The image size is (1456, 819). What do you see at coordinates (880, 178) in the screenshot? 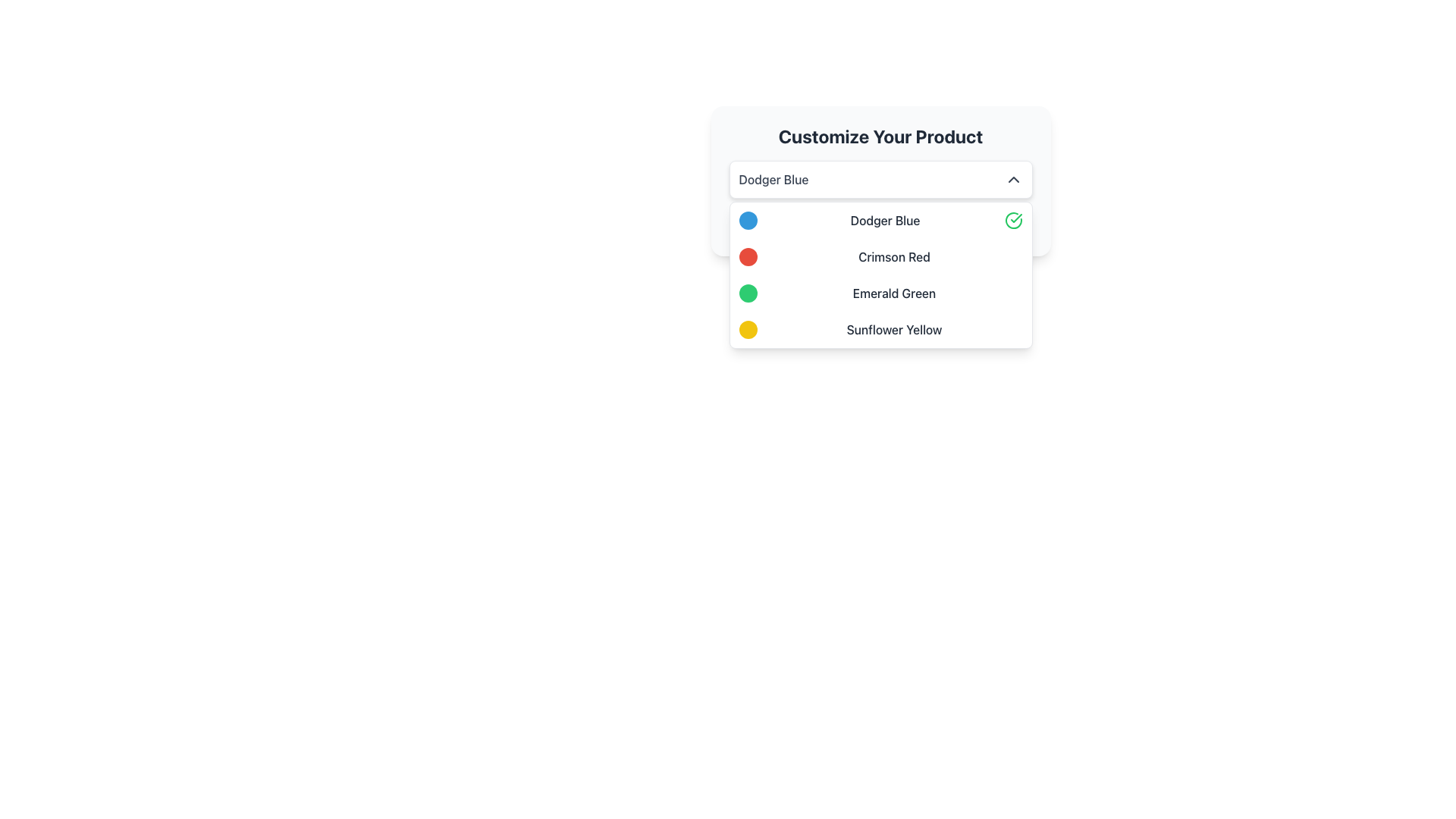
I see `the dropdown menu selector labeled 'Dodger Blue'` at bounding box center [880, 178].